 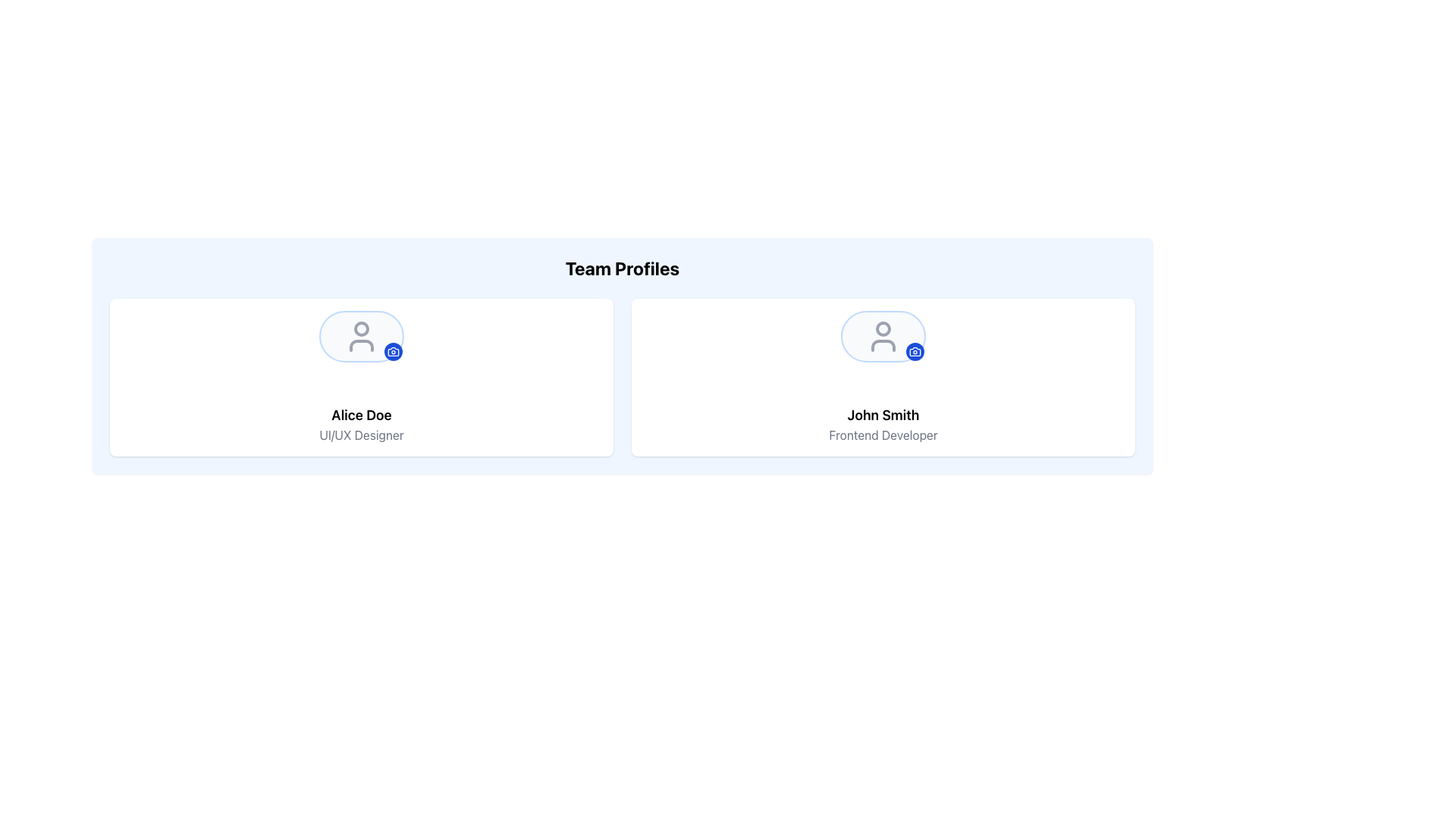 I want to click on the camera icon located at the bottom right corner of the circular profile image placeholder, so click(x=393, y=351).